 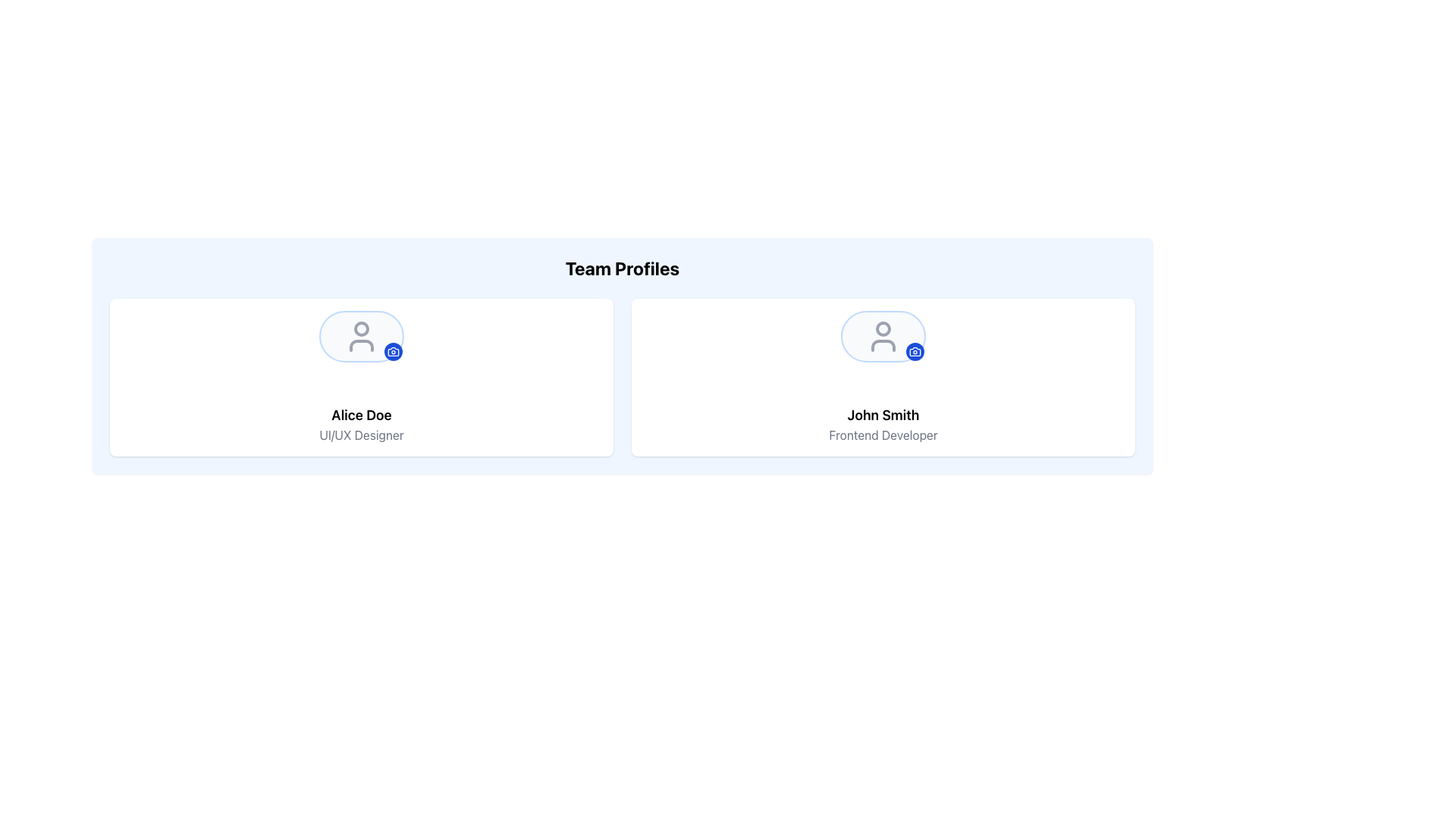 I want to click on the camera icon located at the bottom right corner of the circular profile image placeholder, so click(x=393, y=351).